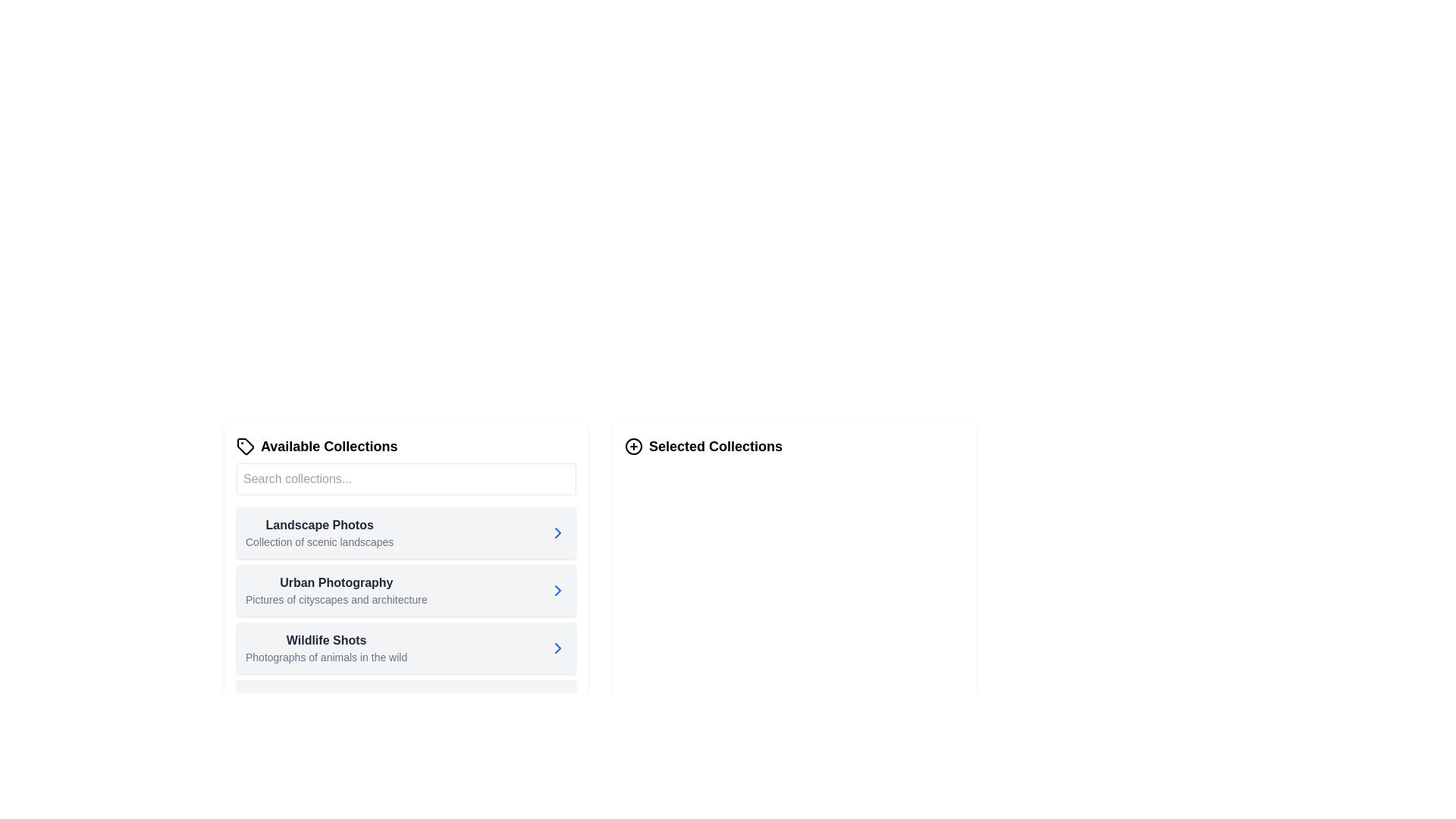 The height and width of the screenshot is (819, 1456). What do you see at coordinates (406, 648) in the screenshot?
I see `the third item in the vertical list of collections titled 'Available Collections'` at bounding box center [406, 648].